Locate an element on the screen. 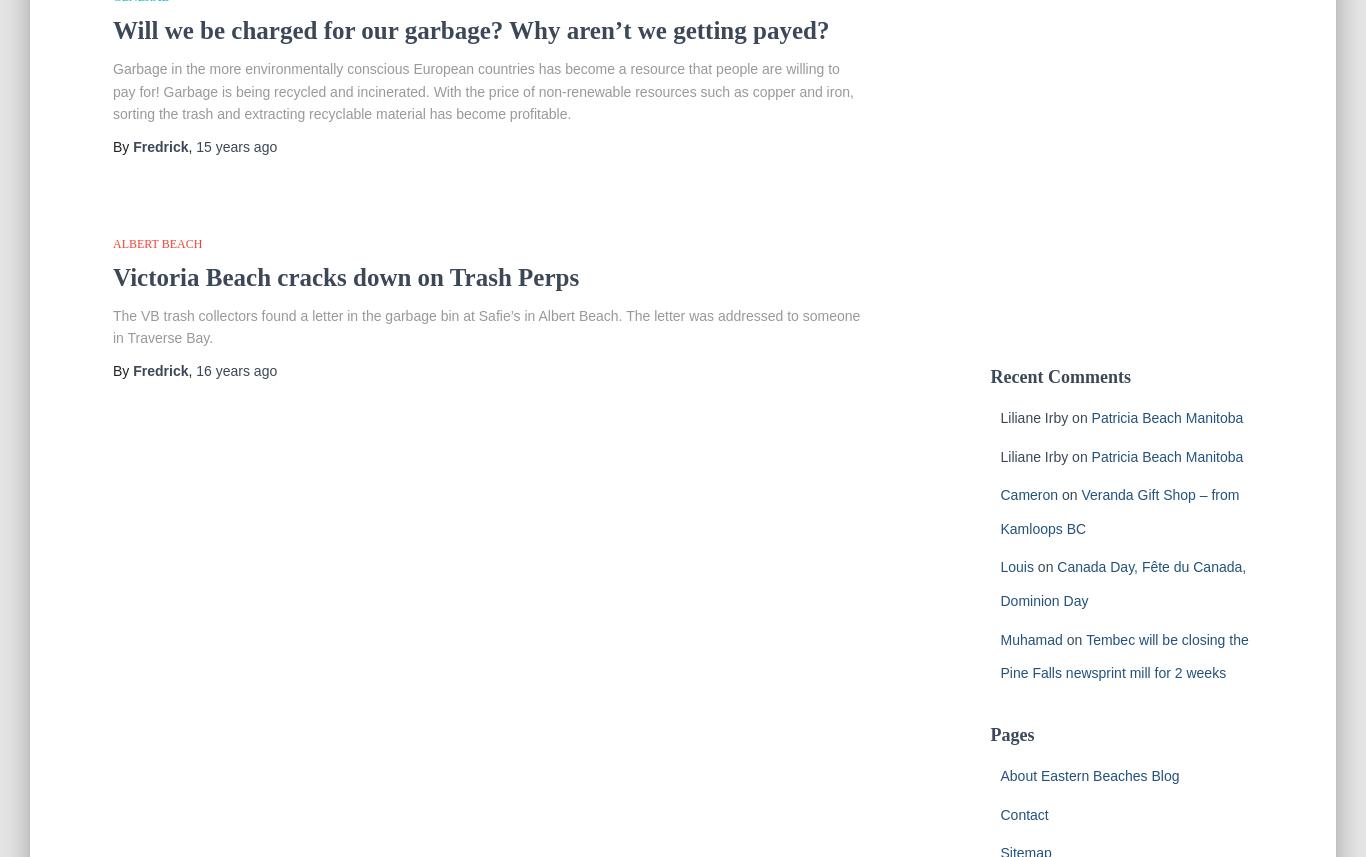 The width and height of the screenshot is (1366, 857). 'Cameron' is located at coordinates (1028, 495).